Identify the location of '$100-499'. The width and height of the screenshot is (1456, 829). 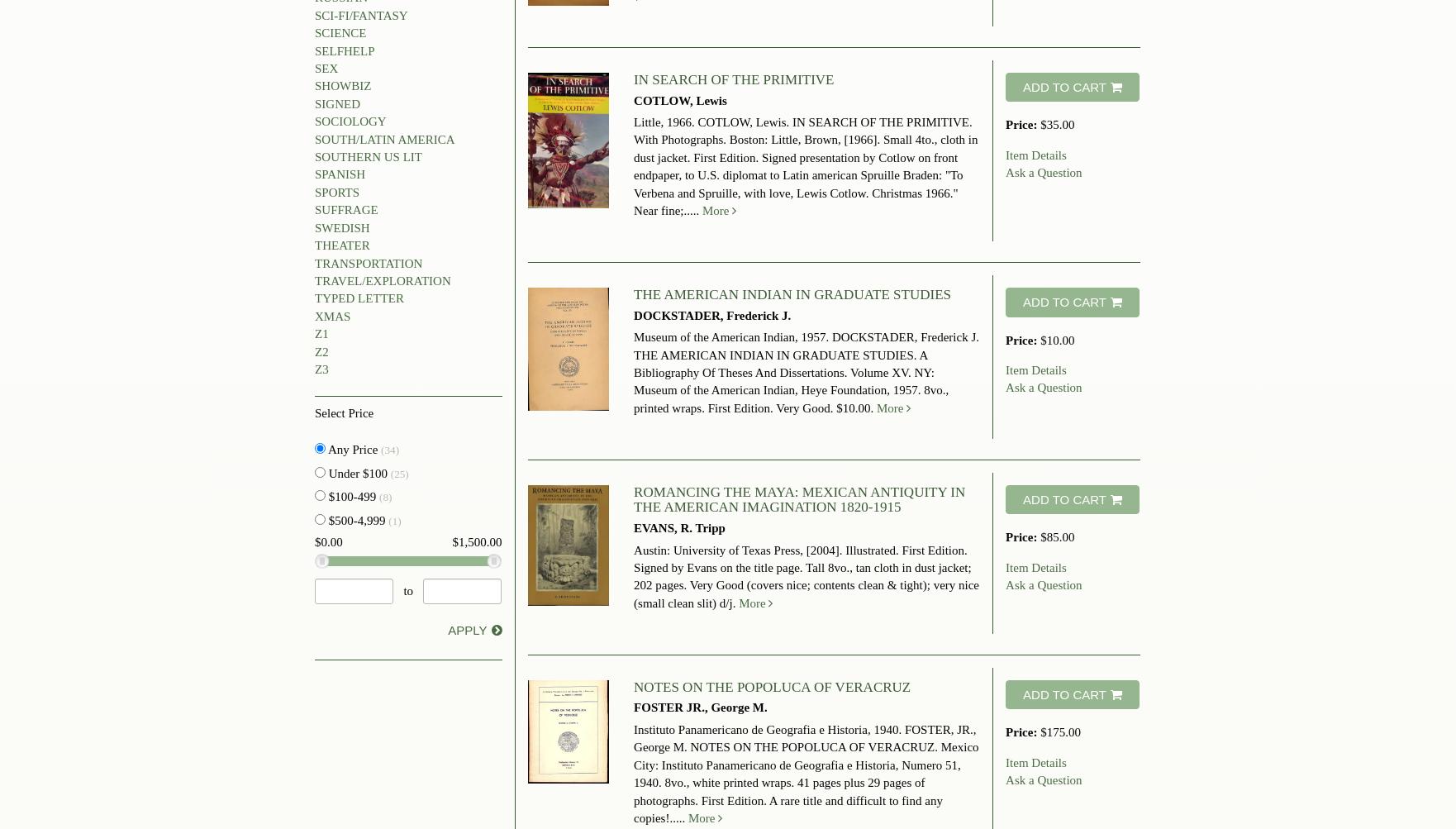
(352, 495).